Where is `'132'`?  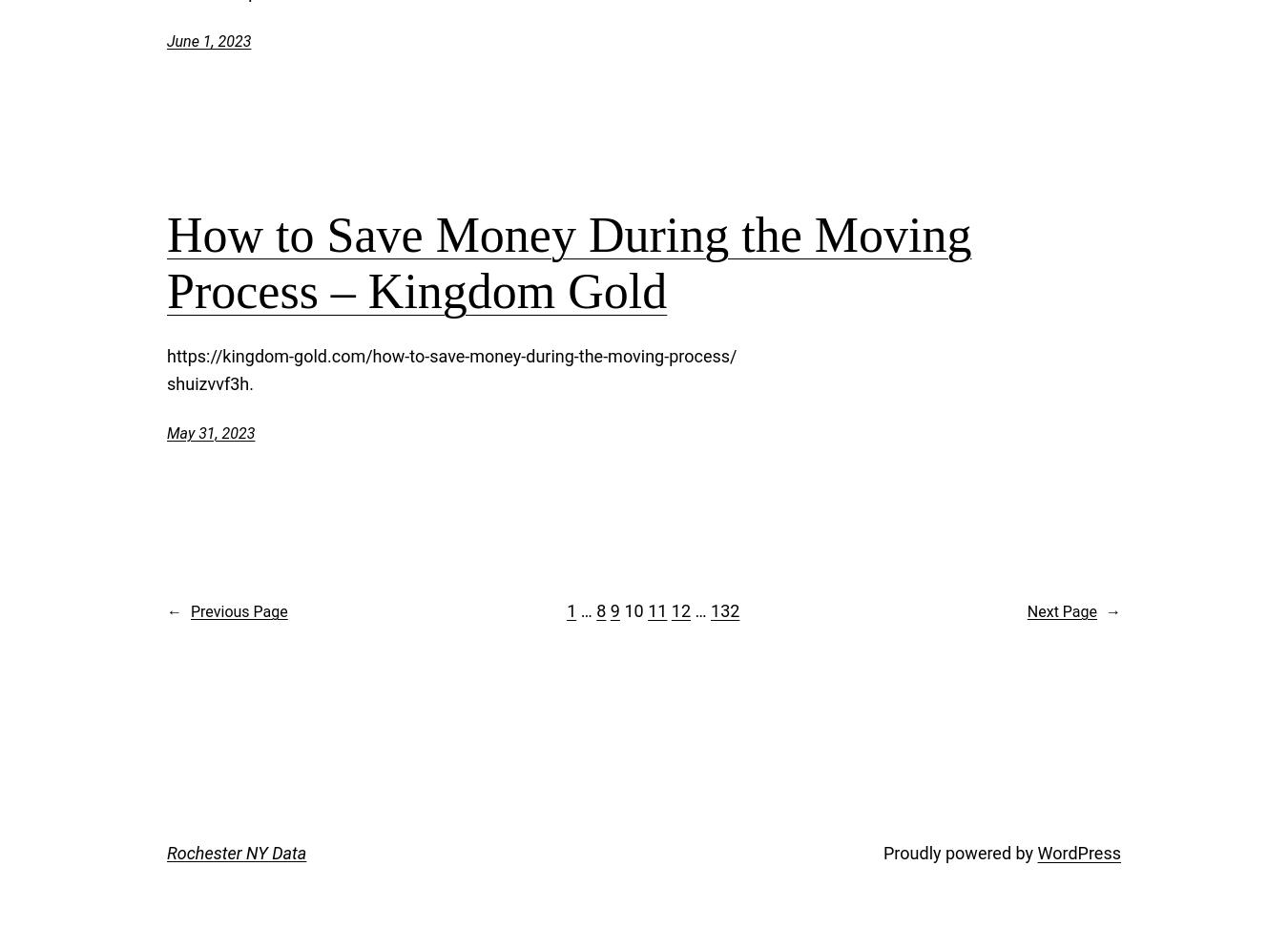
'132' is located at coordinates (724, 609).